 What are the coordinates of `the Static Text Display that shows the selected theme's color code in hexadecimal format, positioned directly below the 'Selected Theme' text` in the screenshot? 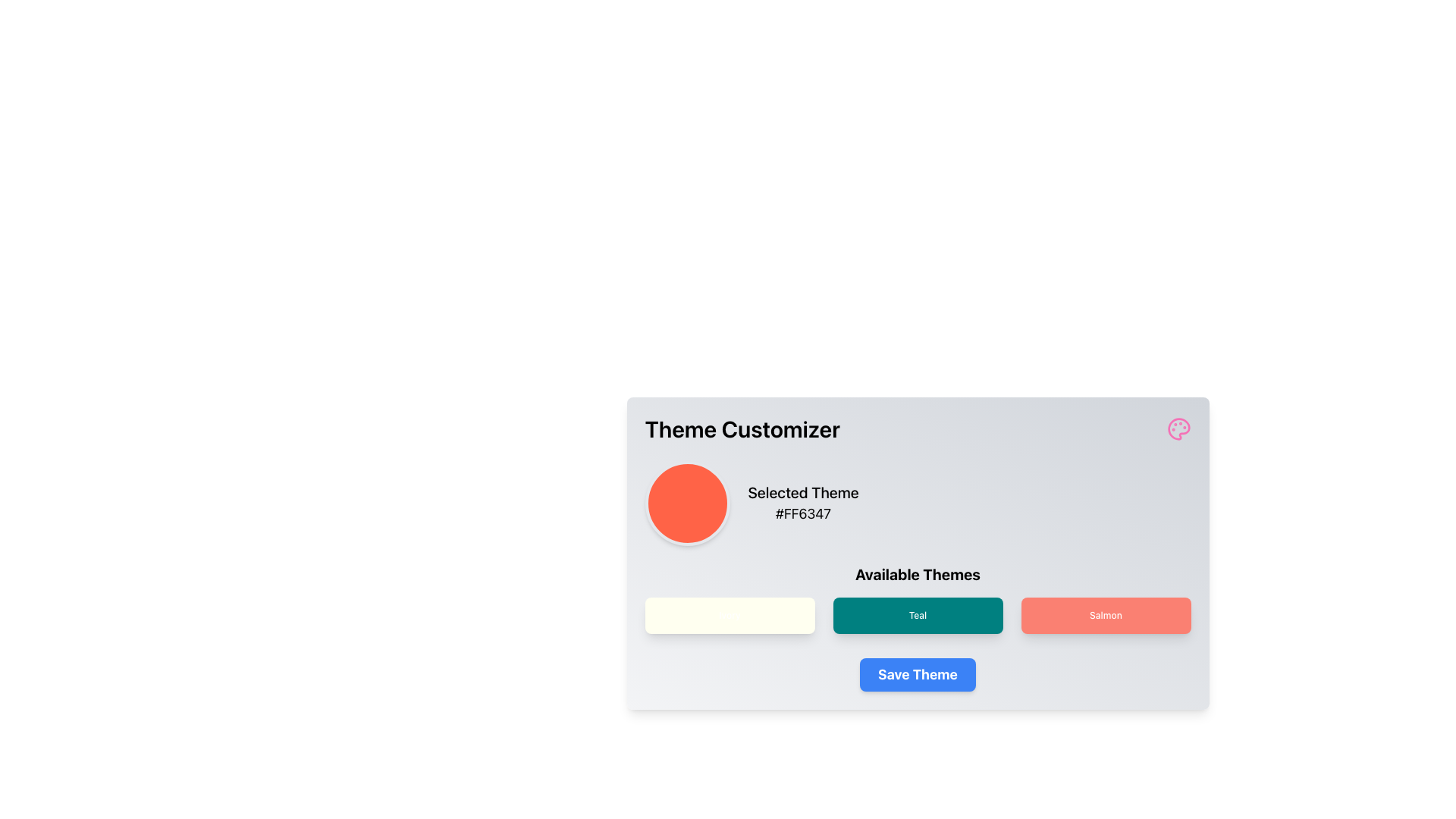 It's located at (802, 513).